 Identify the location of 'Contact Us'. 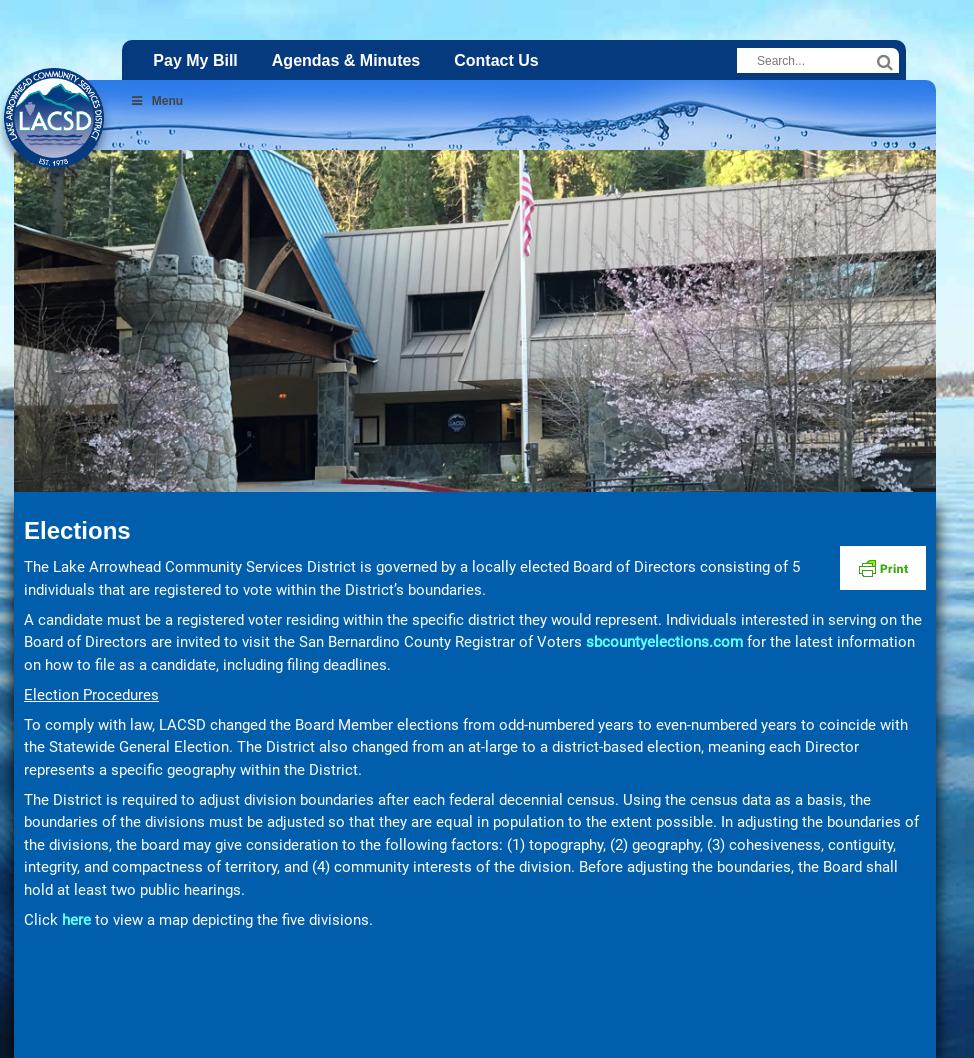
(495, 60).